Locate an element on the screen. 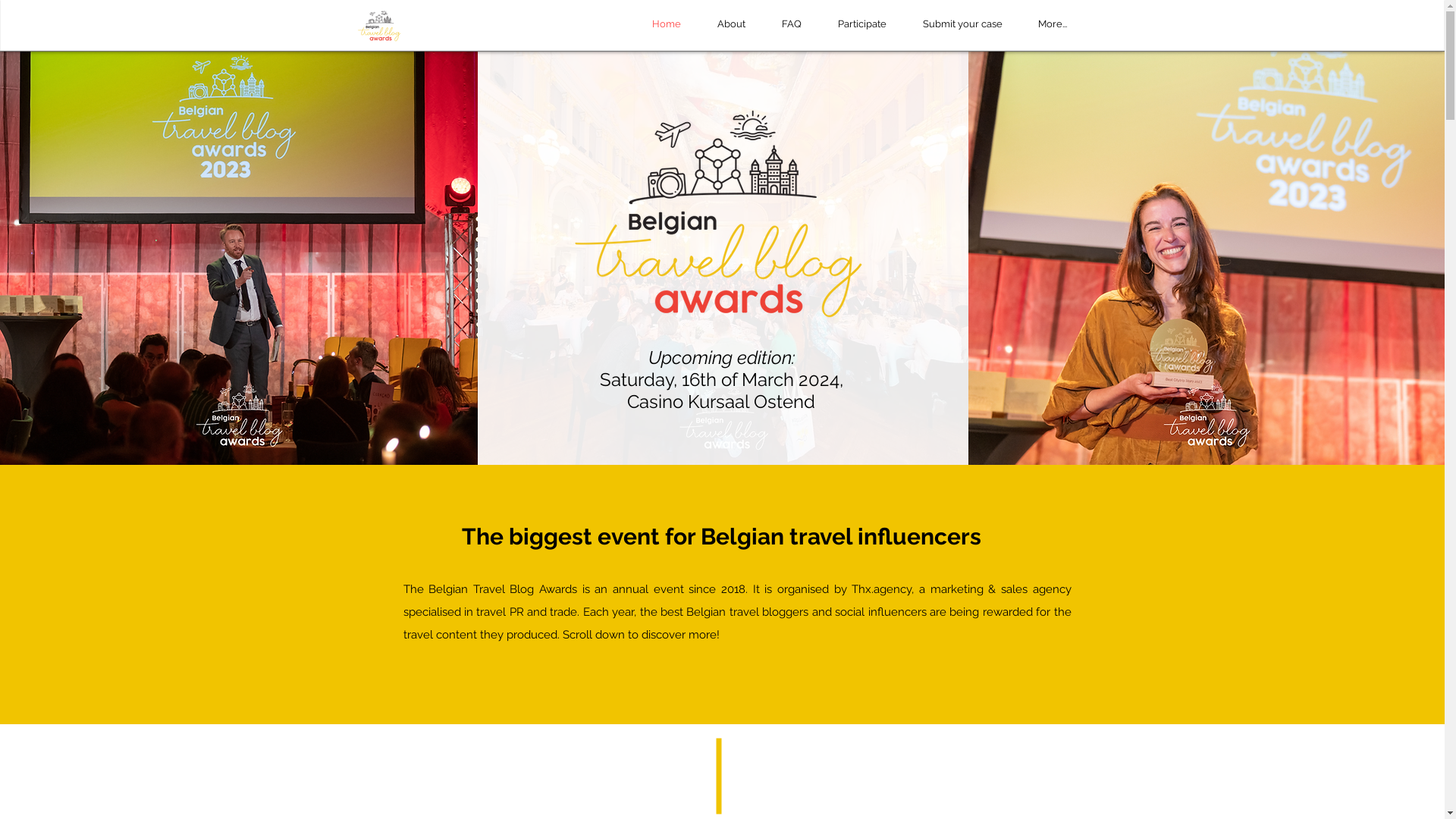 The height and width of the screenshot is (819, 1456). 'Home' is located at coordinates (666, 24).